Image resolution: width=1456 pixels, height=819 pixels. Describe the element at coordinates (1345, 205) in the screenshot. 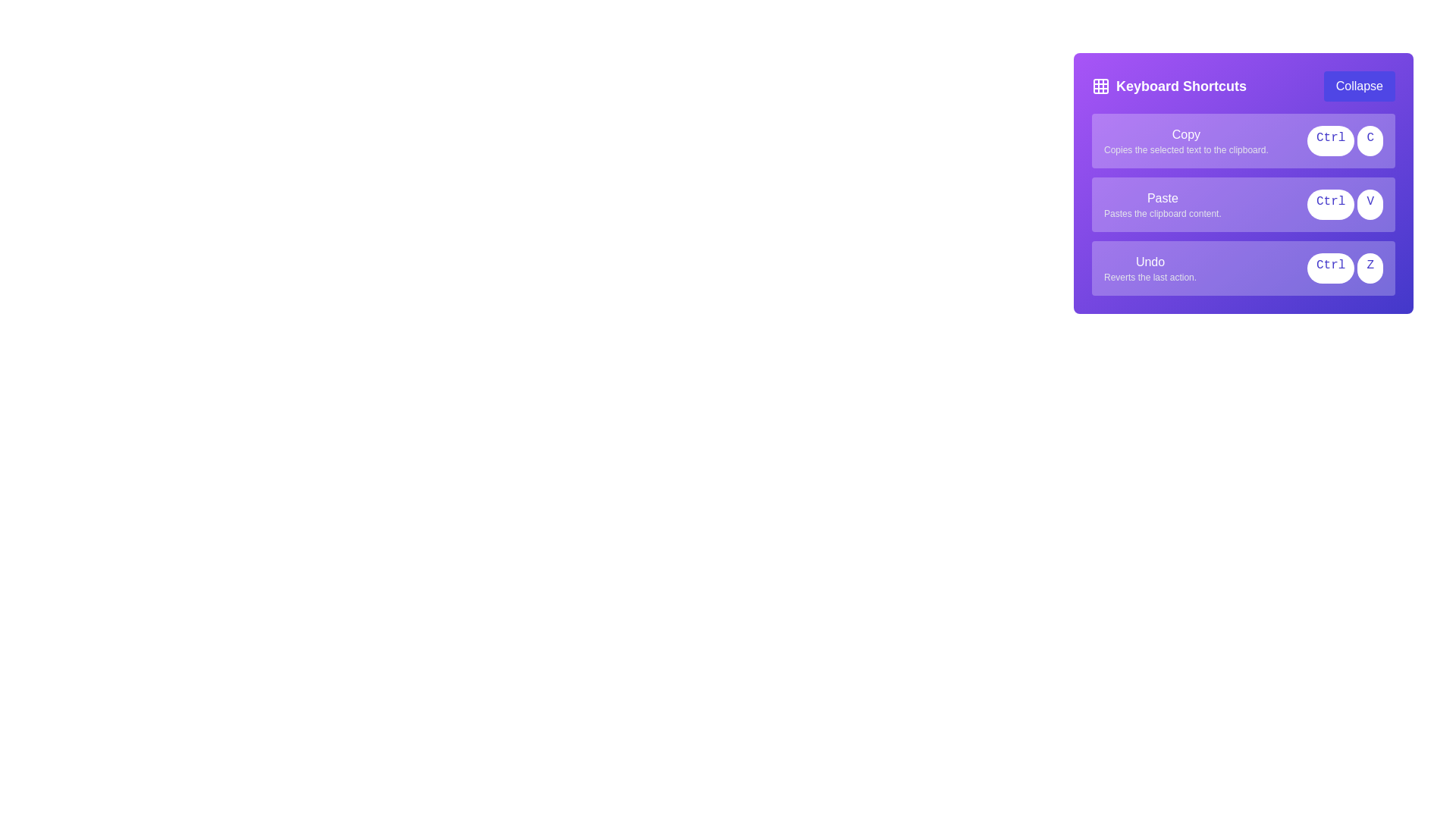

I see `the Keyboard Shortcut Indicator, which consists of two rounded rectangular buttons labeled 'Ctrl' and 'V', with a white background and indigo text, located on the right side of the 'Paste' action item in the keyboard shortcuts panel` at that location.